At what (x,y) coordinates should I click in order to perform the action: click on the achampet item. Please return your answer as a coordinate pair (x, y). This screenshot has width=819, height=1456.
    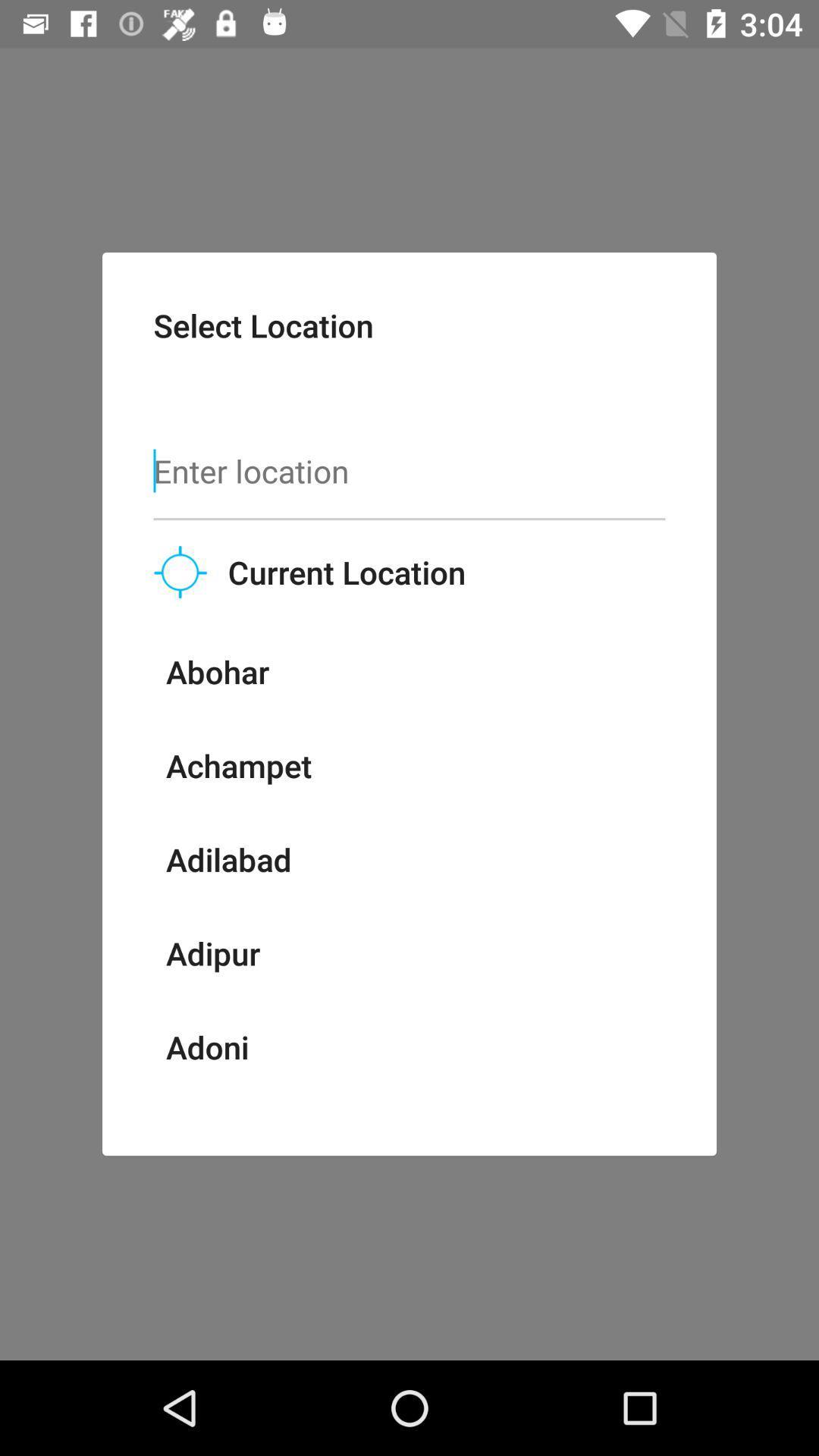
    Looking at the image, I should click on (239, 765).